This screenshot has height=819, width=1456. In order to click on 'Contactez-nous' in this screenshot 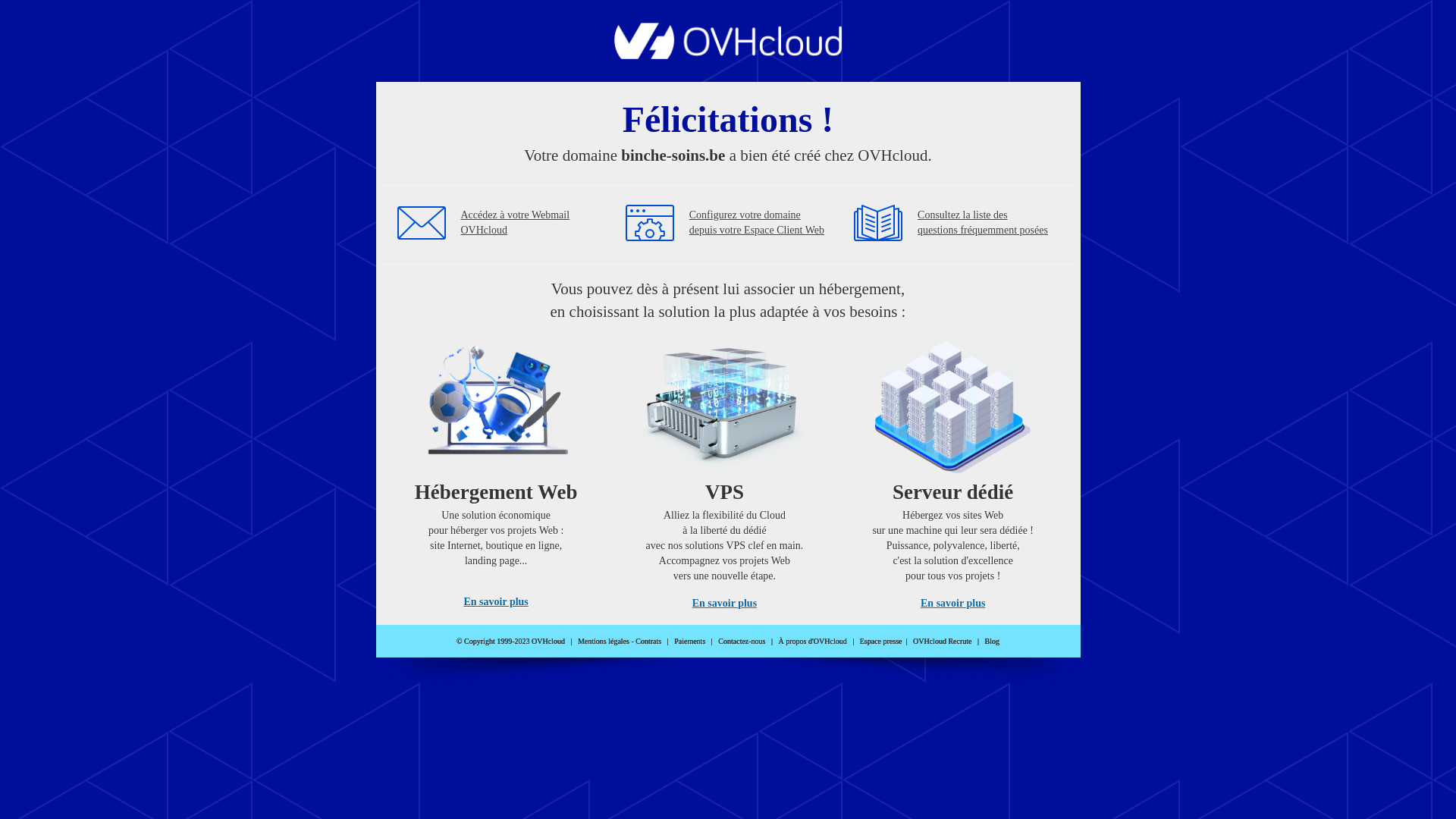, I will do `click(742, 641)`.